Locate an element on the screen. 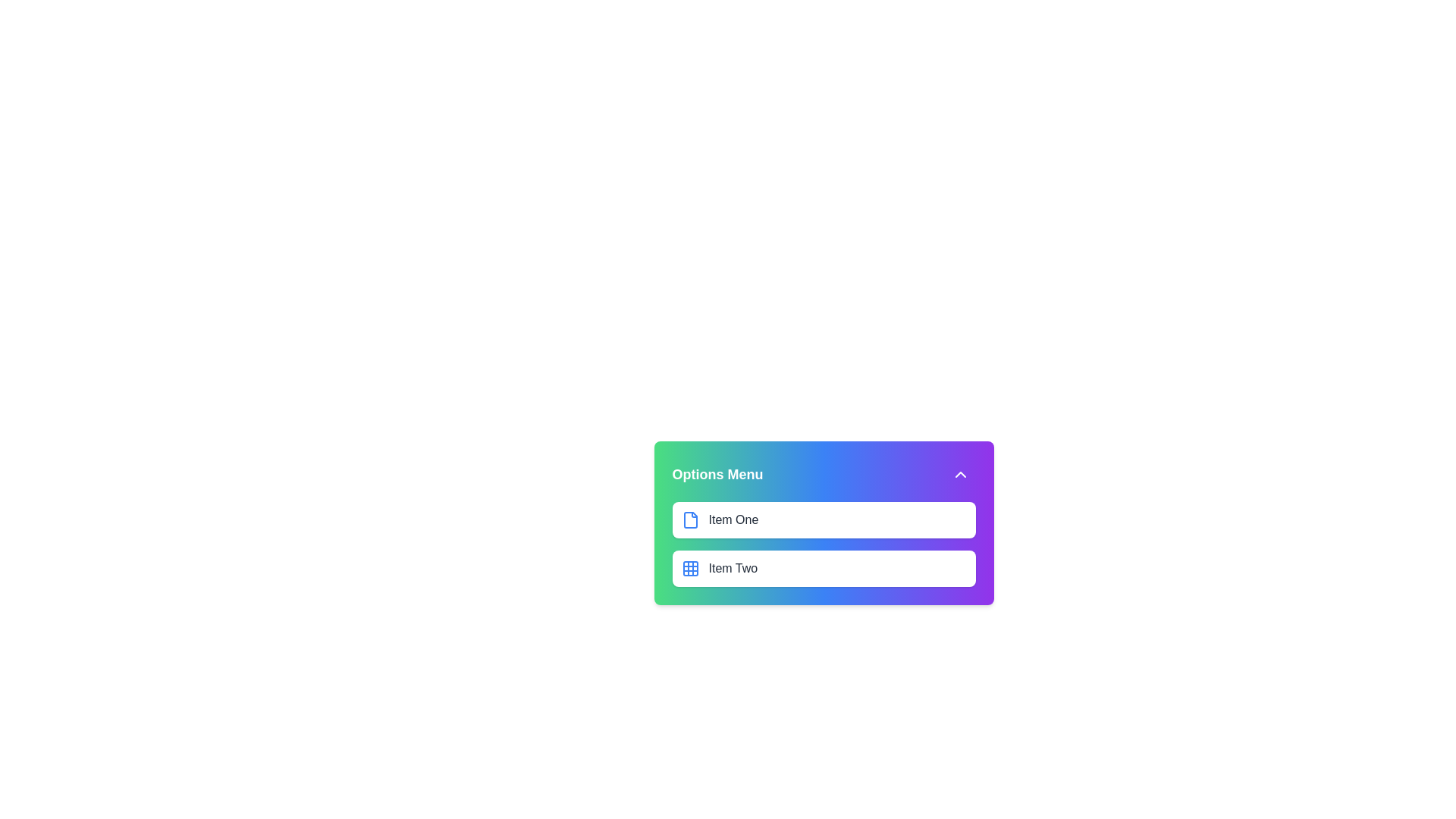 The image size is (1456, 819). the text label displaying 'Item One' is located at coordinates (733, 519).